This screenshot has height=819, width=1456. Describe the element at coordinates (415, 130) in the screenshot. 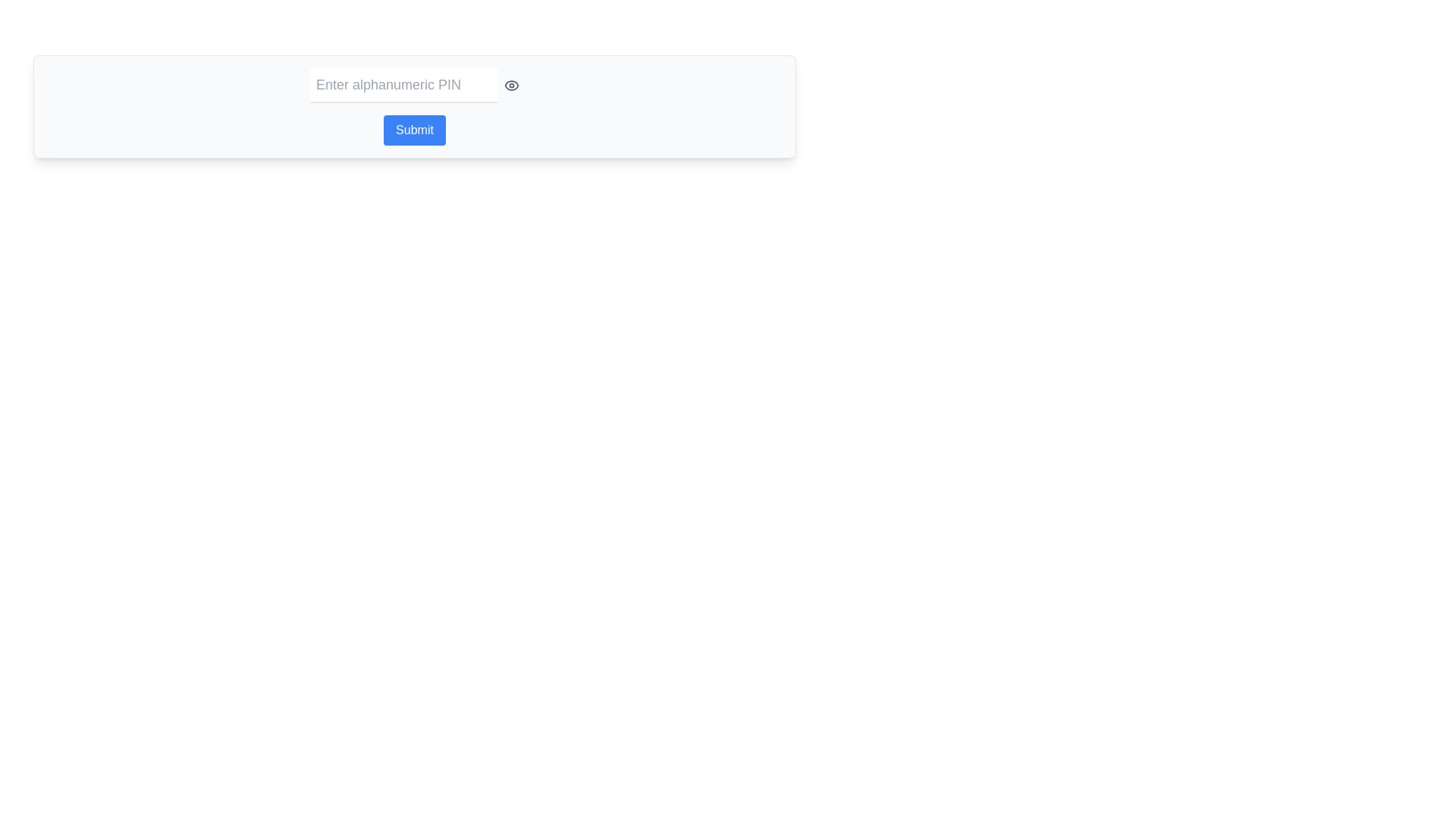

I see `the submit button located centrally at the bottom of the form group` at that location.